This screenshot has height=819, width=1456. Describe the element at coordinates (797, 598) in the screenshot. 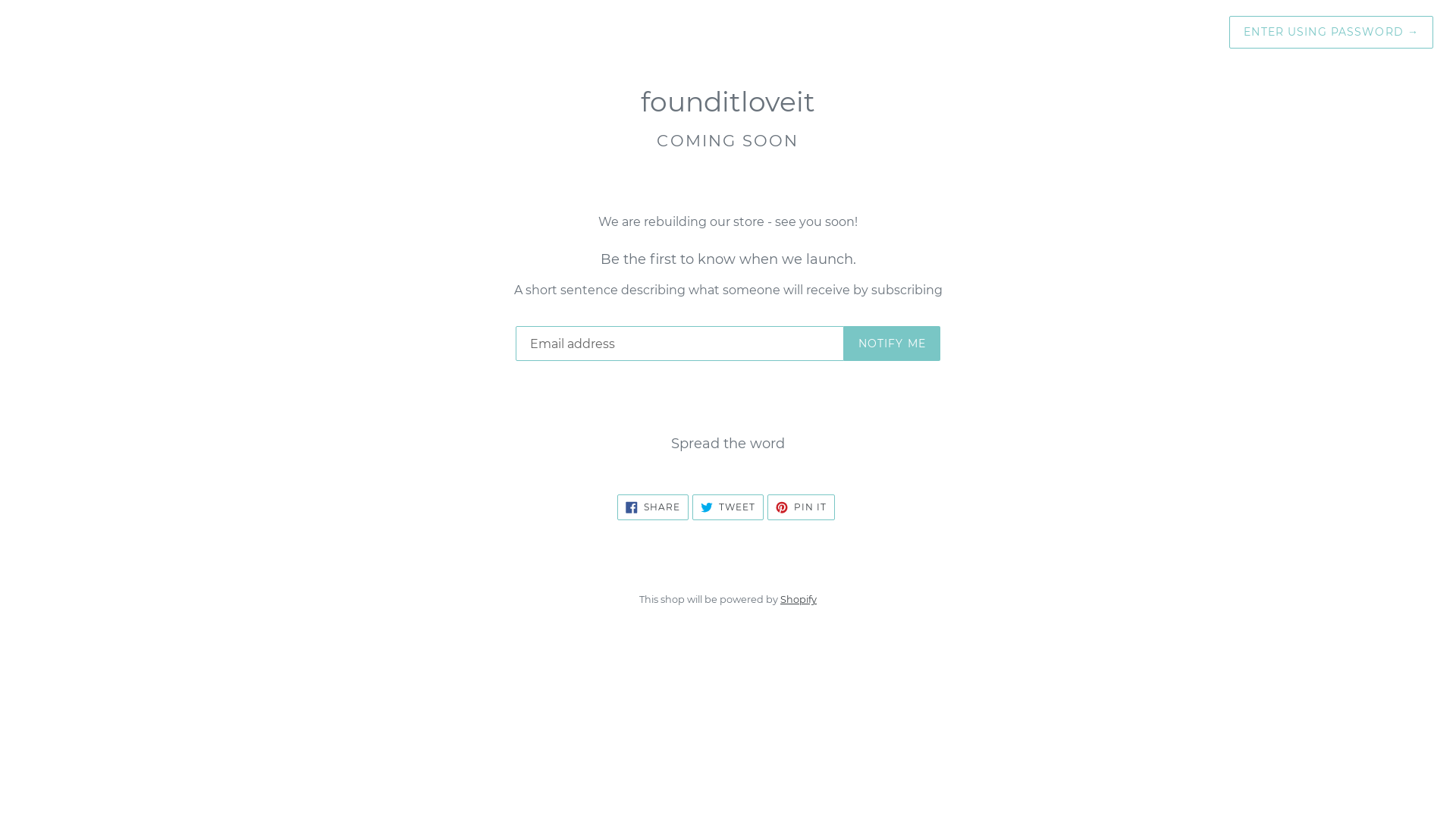

I see `'Shopify'` at that location.